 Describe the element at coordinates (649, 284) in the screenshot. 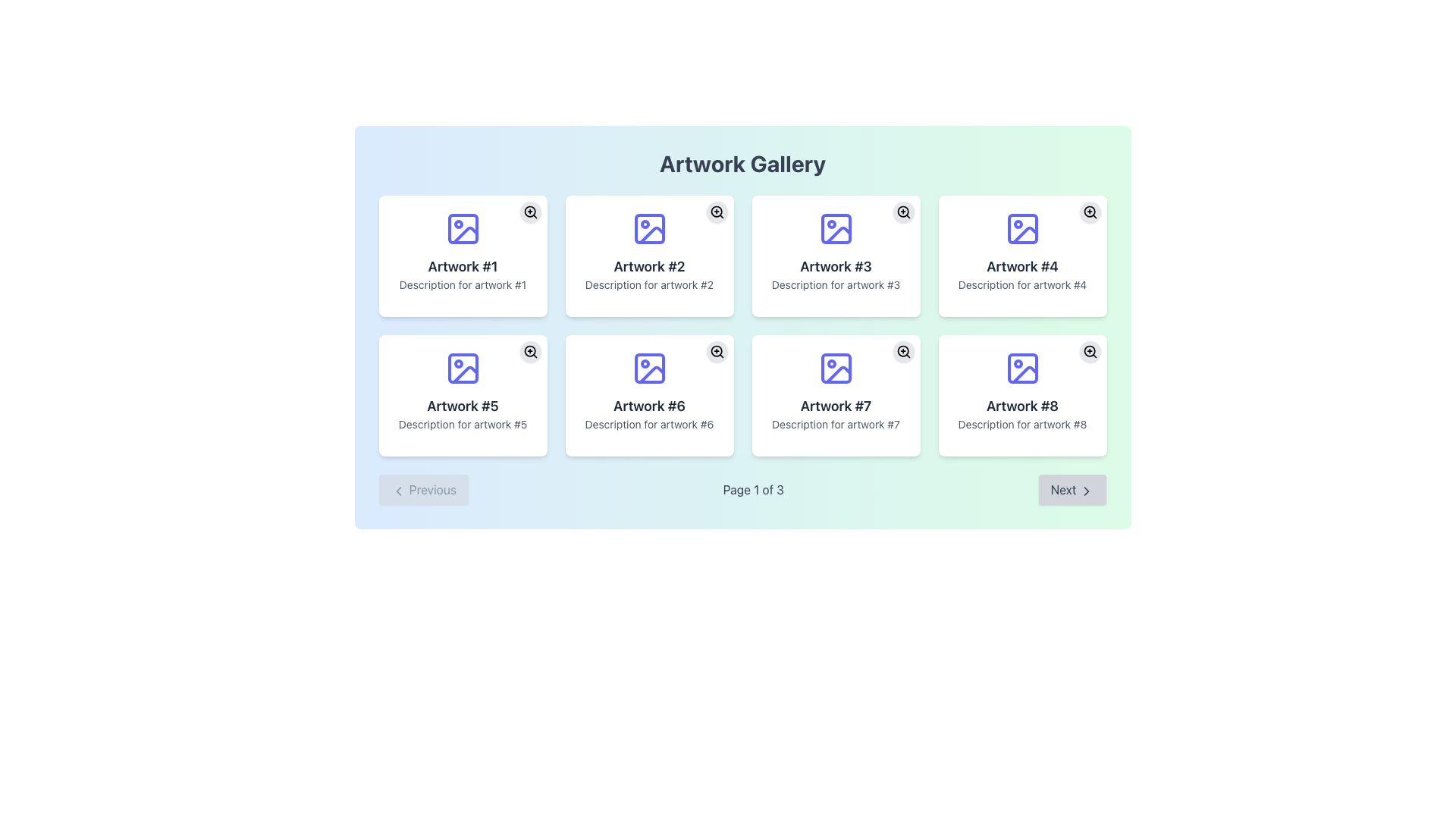

I see `text content of the Text element displaying 'Description for artwork #2', which is located below the title 'Artwork #2' in the second card of the gallery grid` at that location.